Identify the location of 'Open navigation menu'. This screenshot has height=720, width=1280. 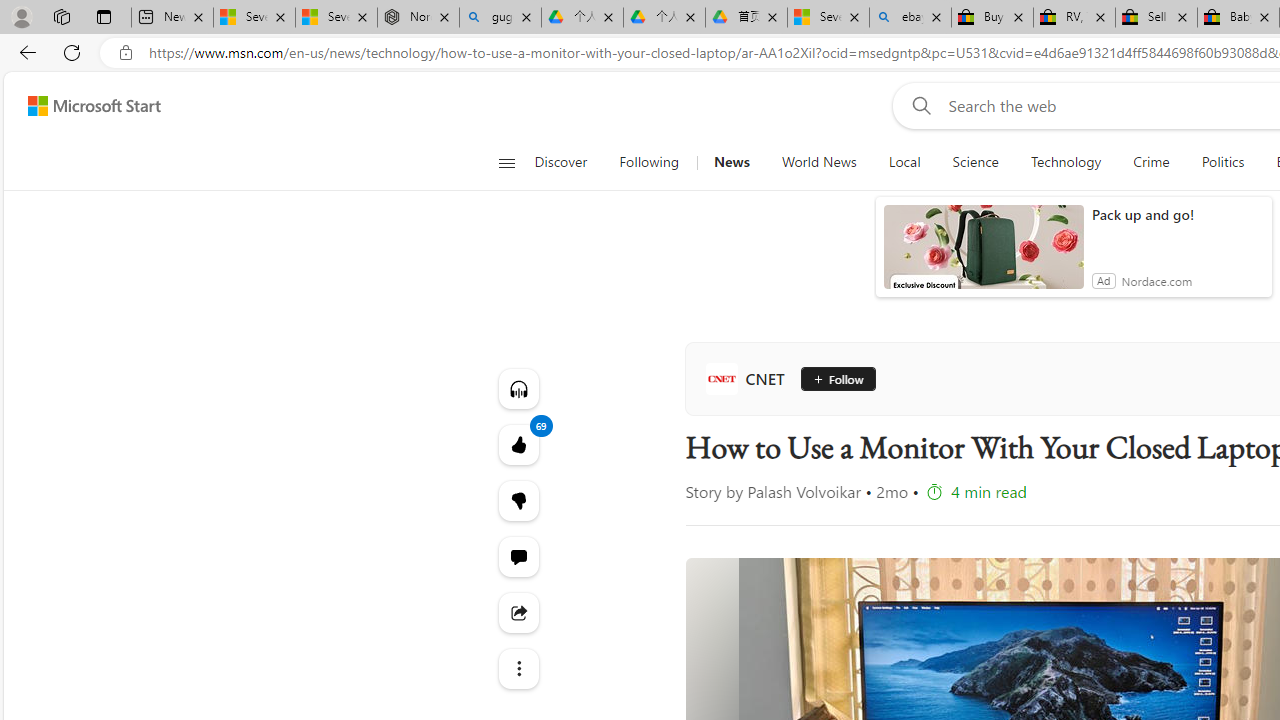
(506, 162).